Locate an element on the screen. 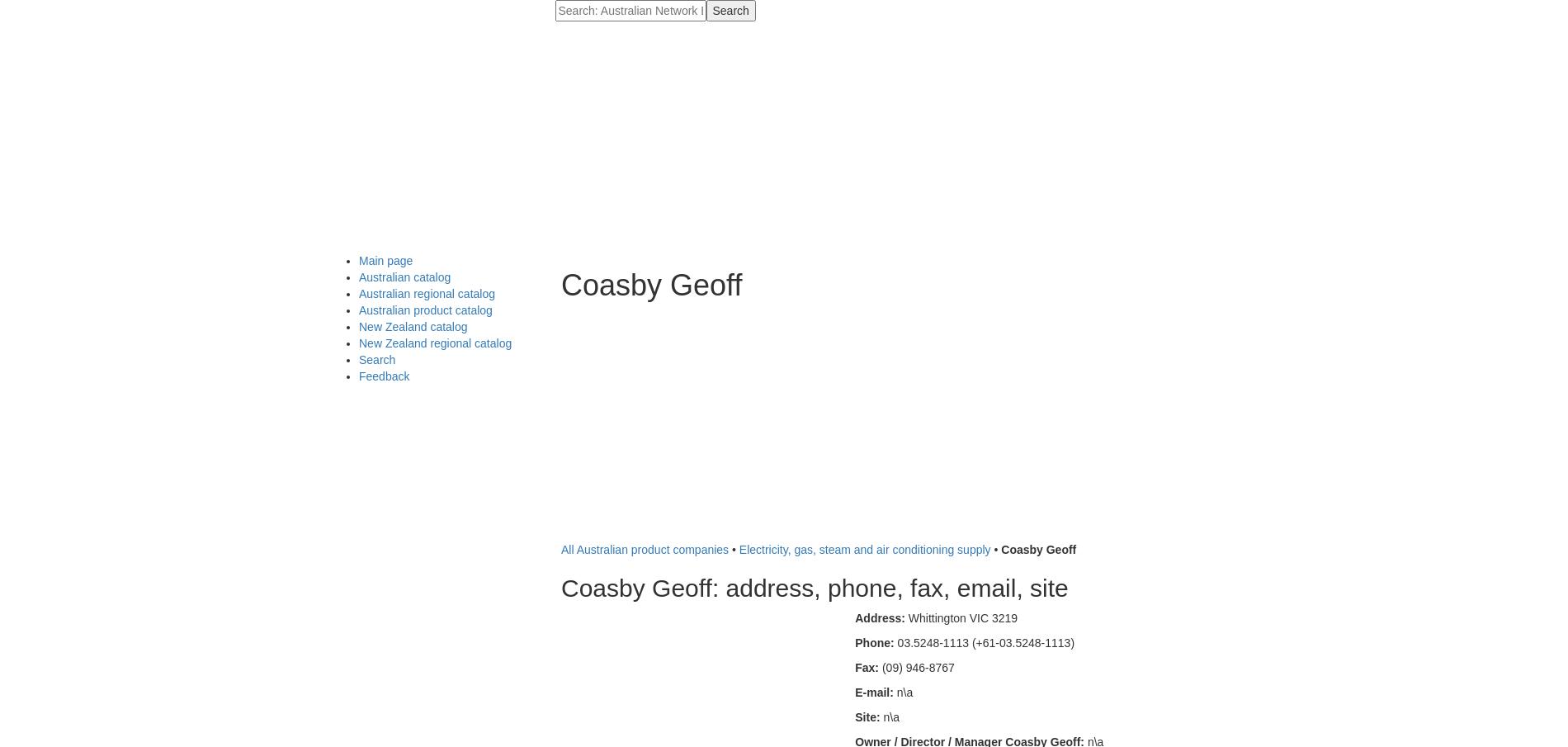 Image resolution: width=1568 pixels, height=747 pixels. 'Site:' is located at coordinates (867, 716).